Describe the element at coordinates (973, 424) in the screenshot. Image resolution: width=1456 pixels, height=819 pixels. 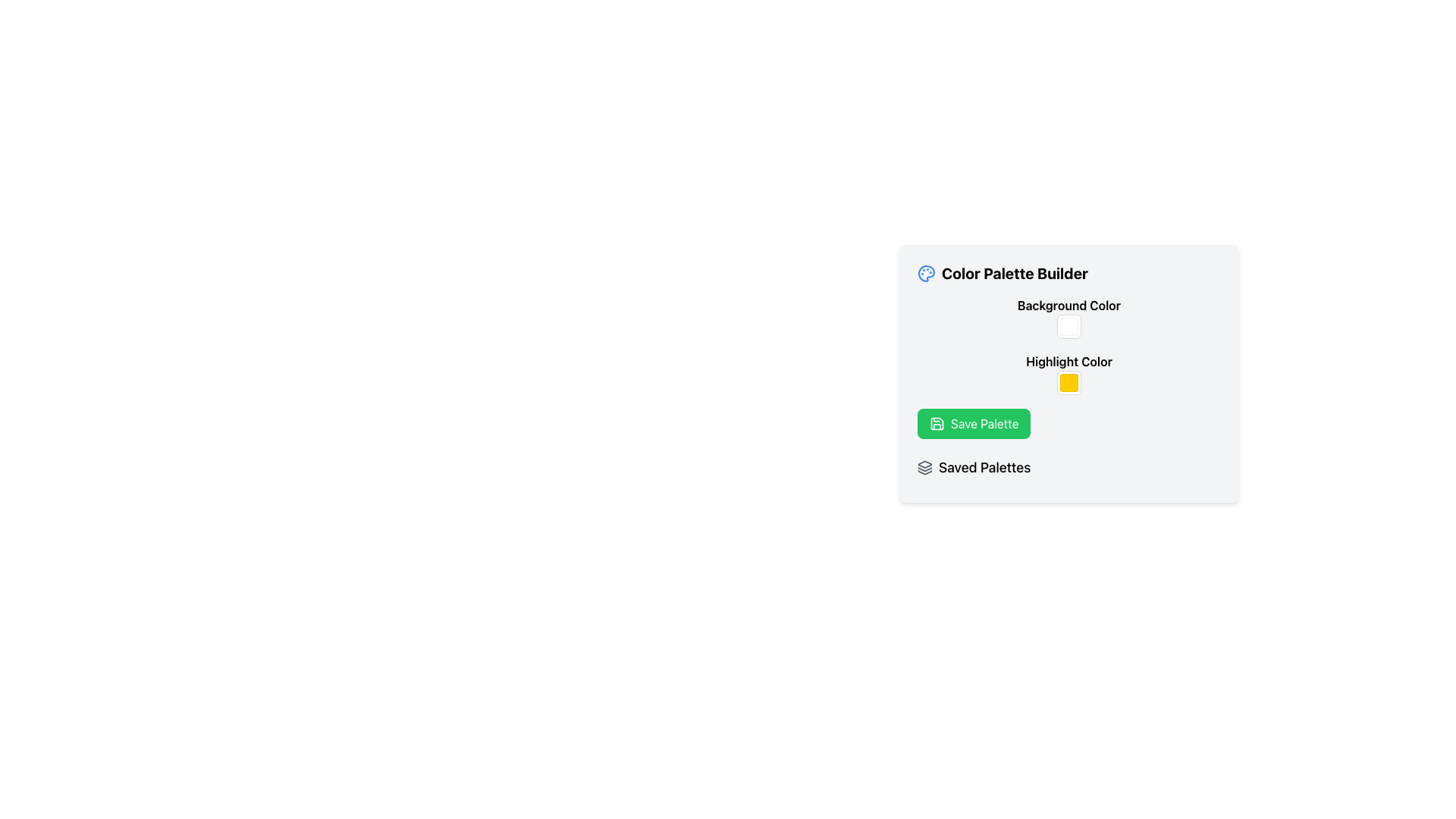
I see `the Save button located in the Color Palette Builder section, positioned between the Highlight Color picker and the Saved Palettes label` at that location.